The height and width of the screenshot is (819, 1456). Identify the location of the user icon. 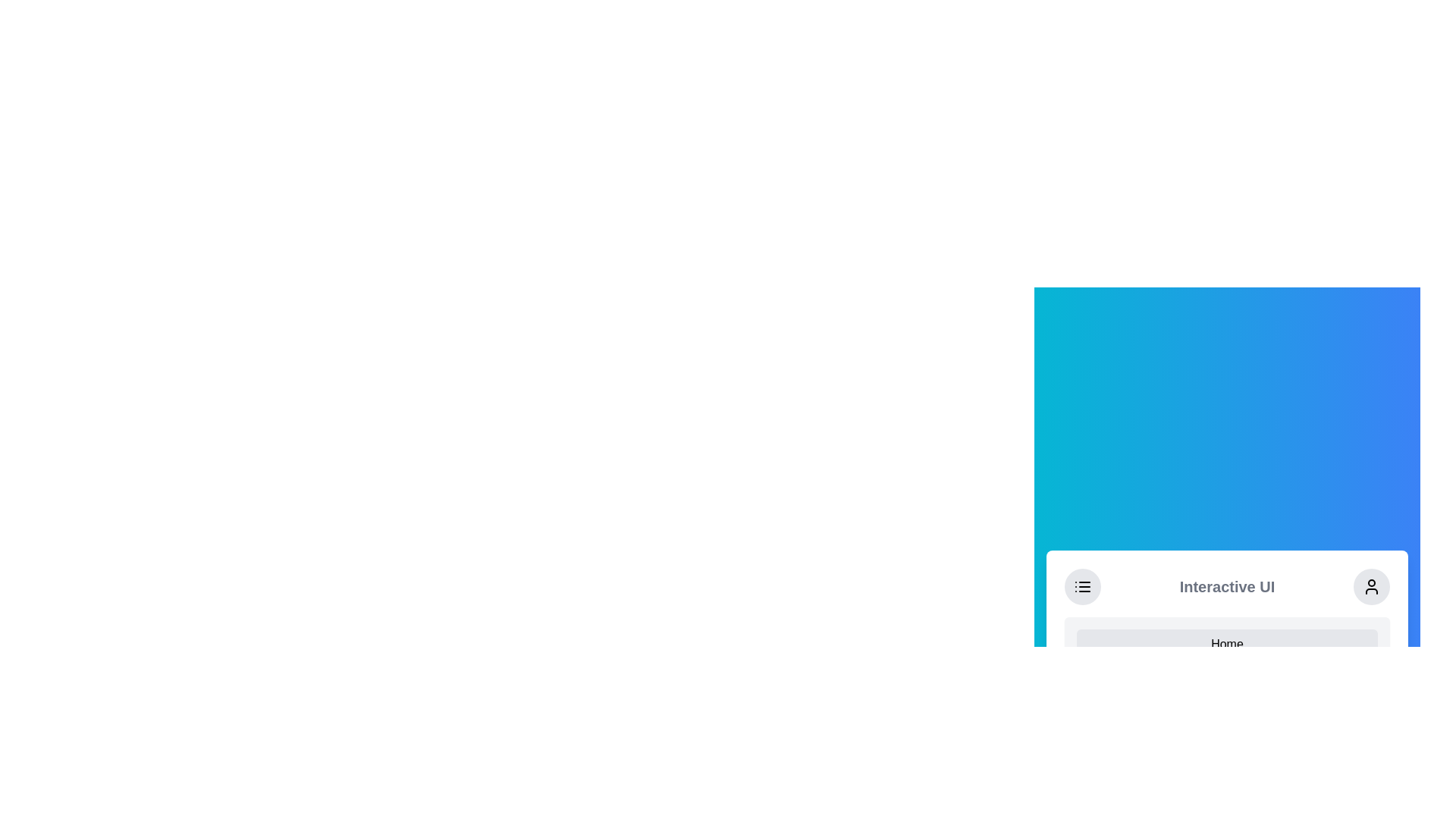
(1372, 586).